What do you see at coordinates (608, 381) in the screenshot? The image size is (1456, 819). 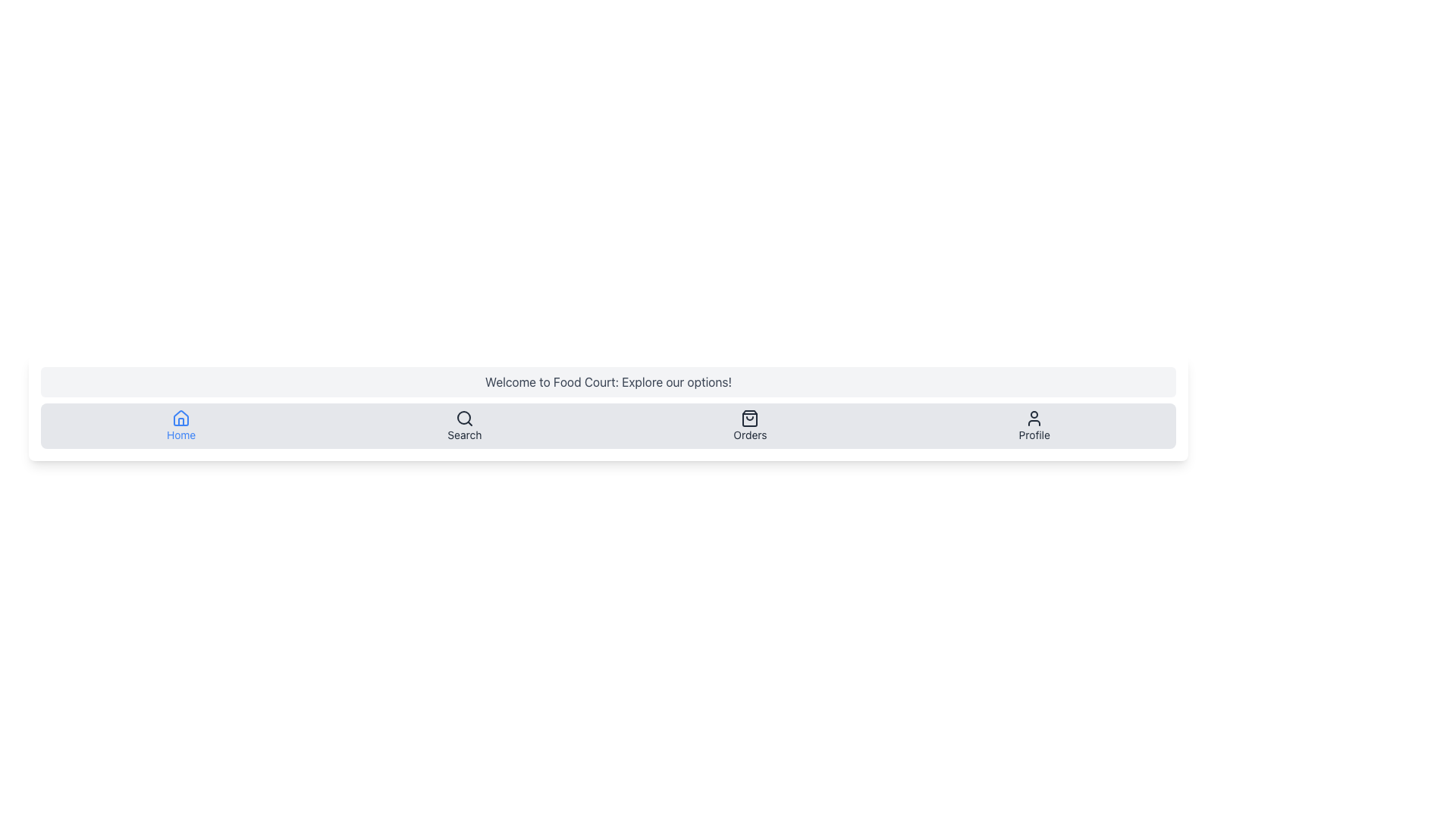 I see `the label displaying the message 'Welcome to Food Court: Explore our options!' which is styled in gray and positioned above the navigation bar` at bounding box center [608, 381].